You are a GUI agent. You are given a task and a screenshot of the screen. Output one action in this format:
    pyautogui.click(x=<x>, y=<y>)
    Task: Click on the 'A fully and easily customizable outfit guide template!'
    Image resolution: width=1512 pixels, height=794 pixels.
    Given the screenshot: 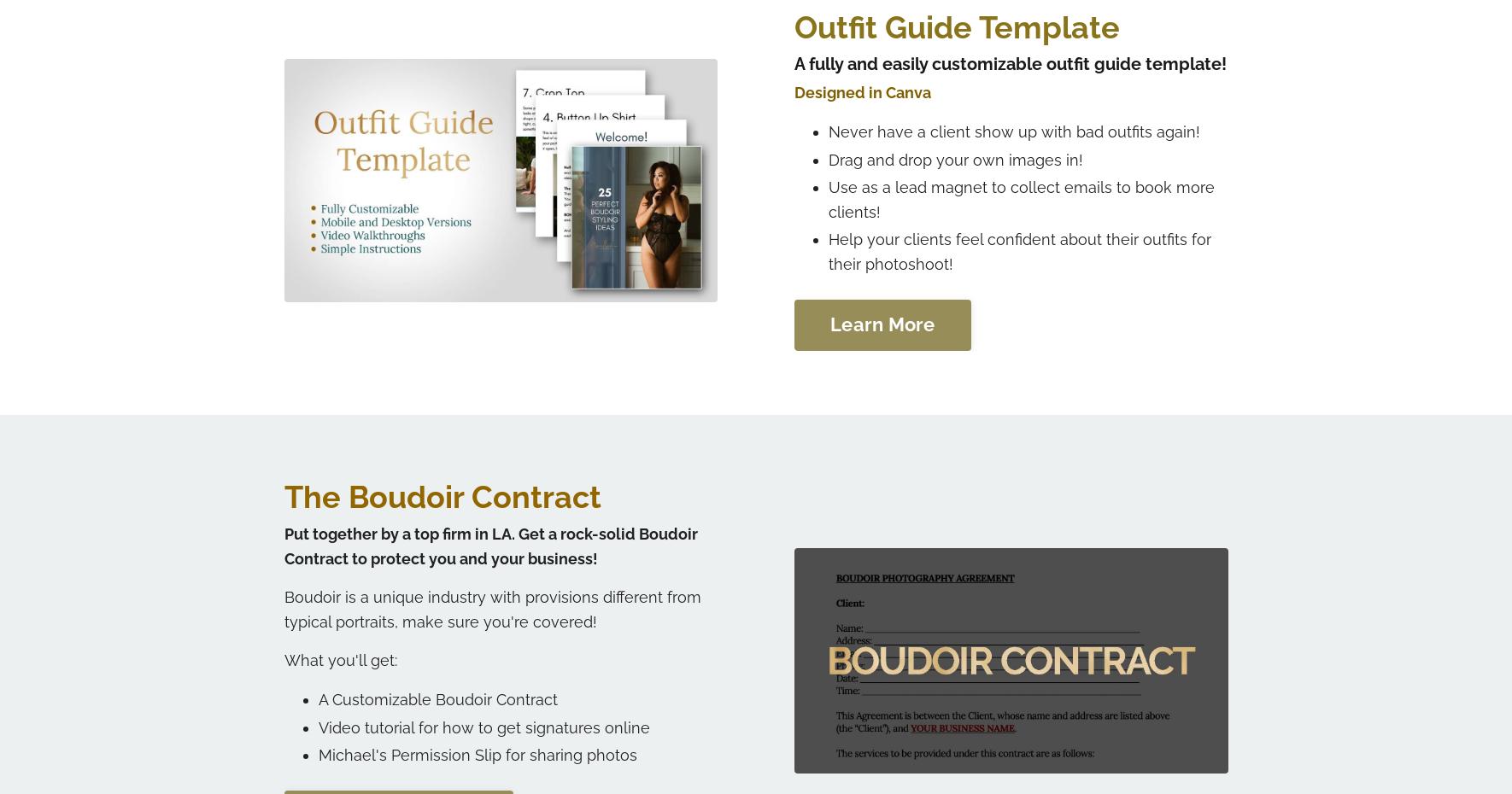 What is the action you would take?
    pyautogui.click(x=793, y=62)
    